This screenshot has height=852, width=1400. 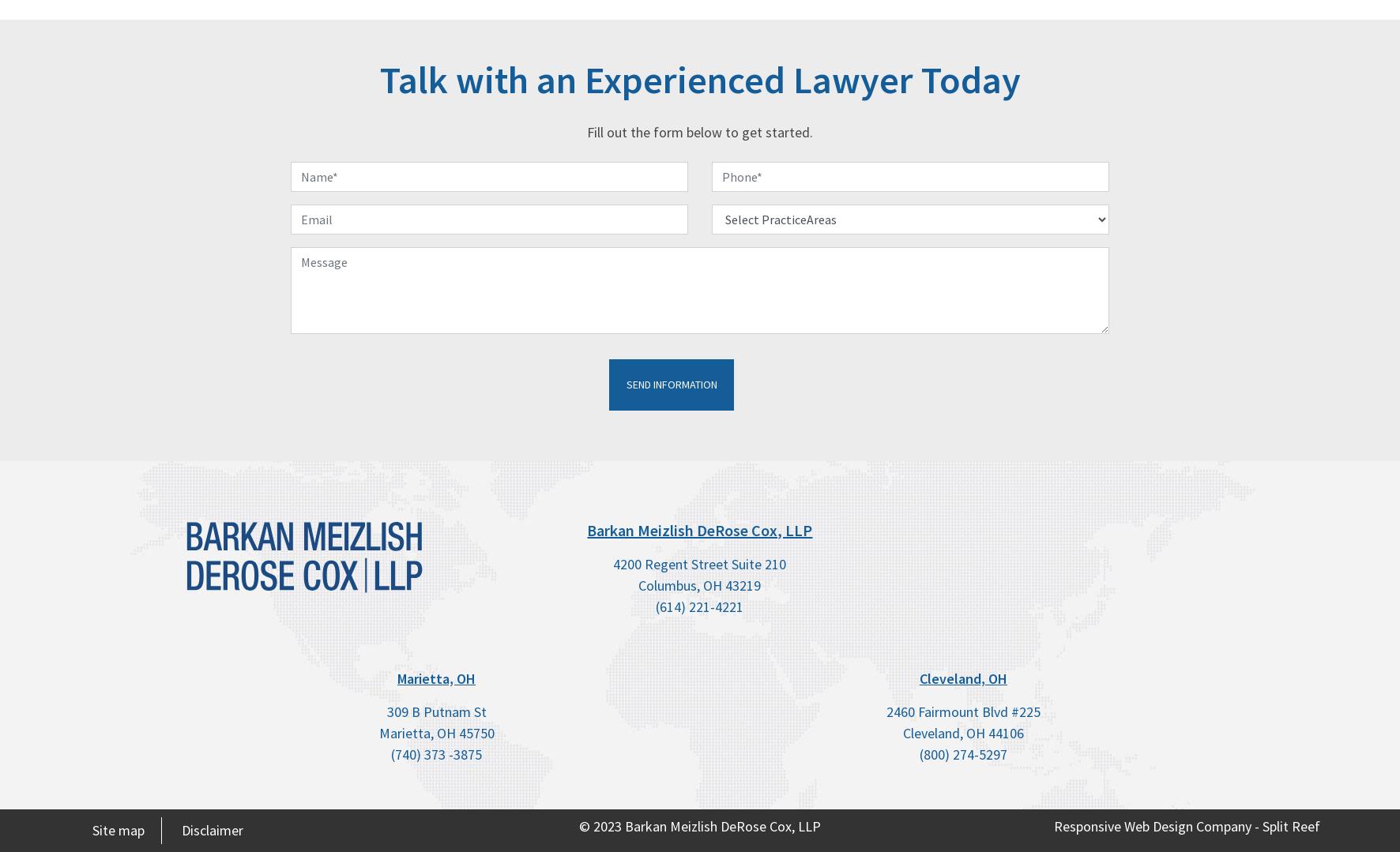 What do you see at coordinates (699, 606) in the screenshot?
I see `'(614) 221-4221'` at bounding box center [699, 606].